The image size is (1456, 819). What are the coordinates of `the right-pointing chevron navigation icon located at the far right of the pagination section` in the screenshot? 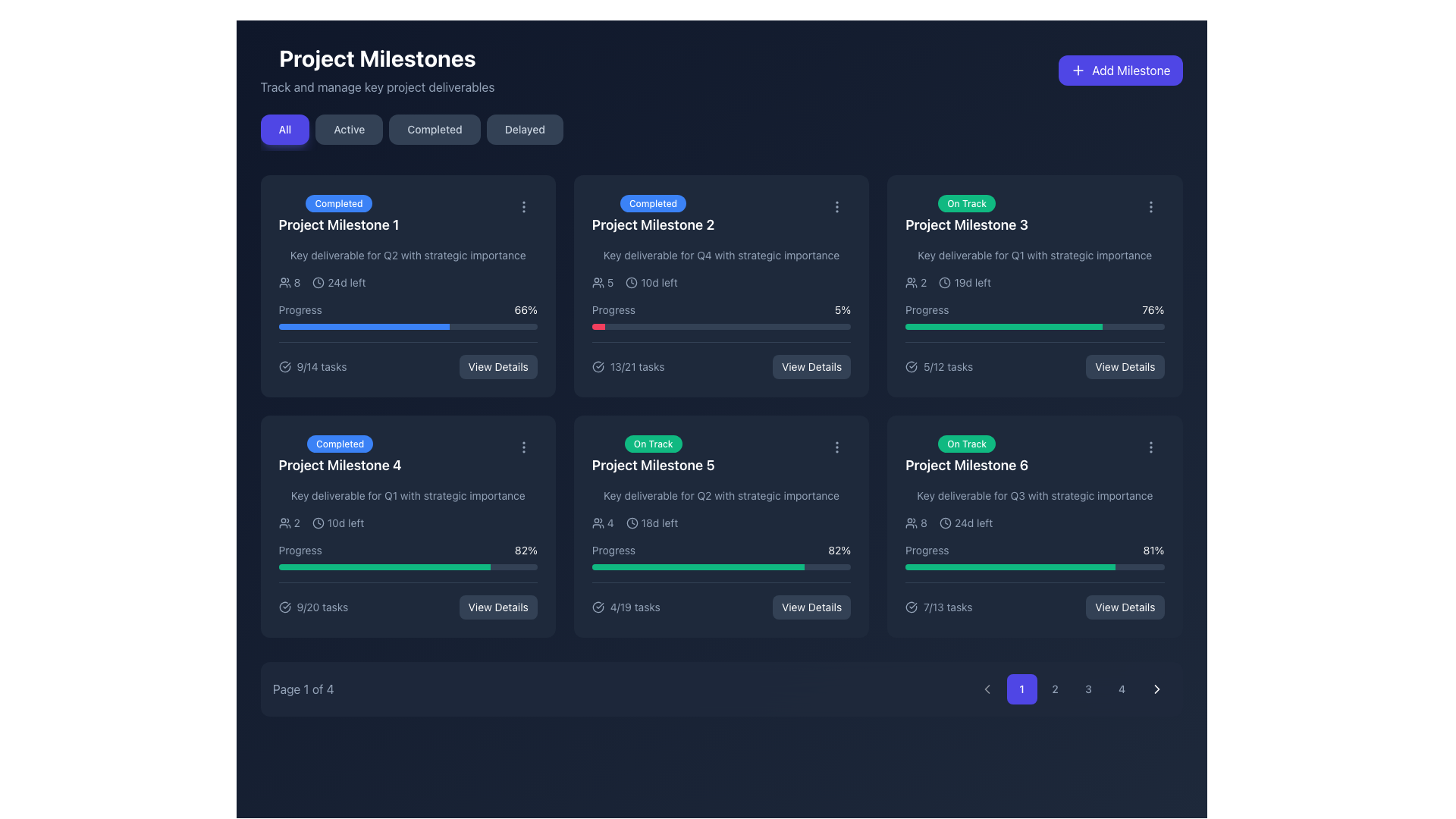 It's located at (1156, 689).